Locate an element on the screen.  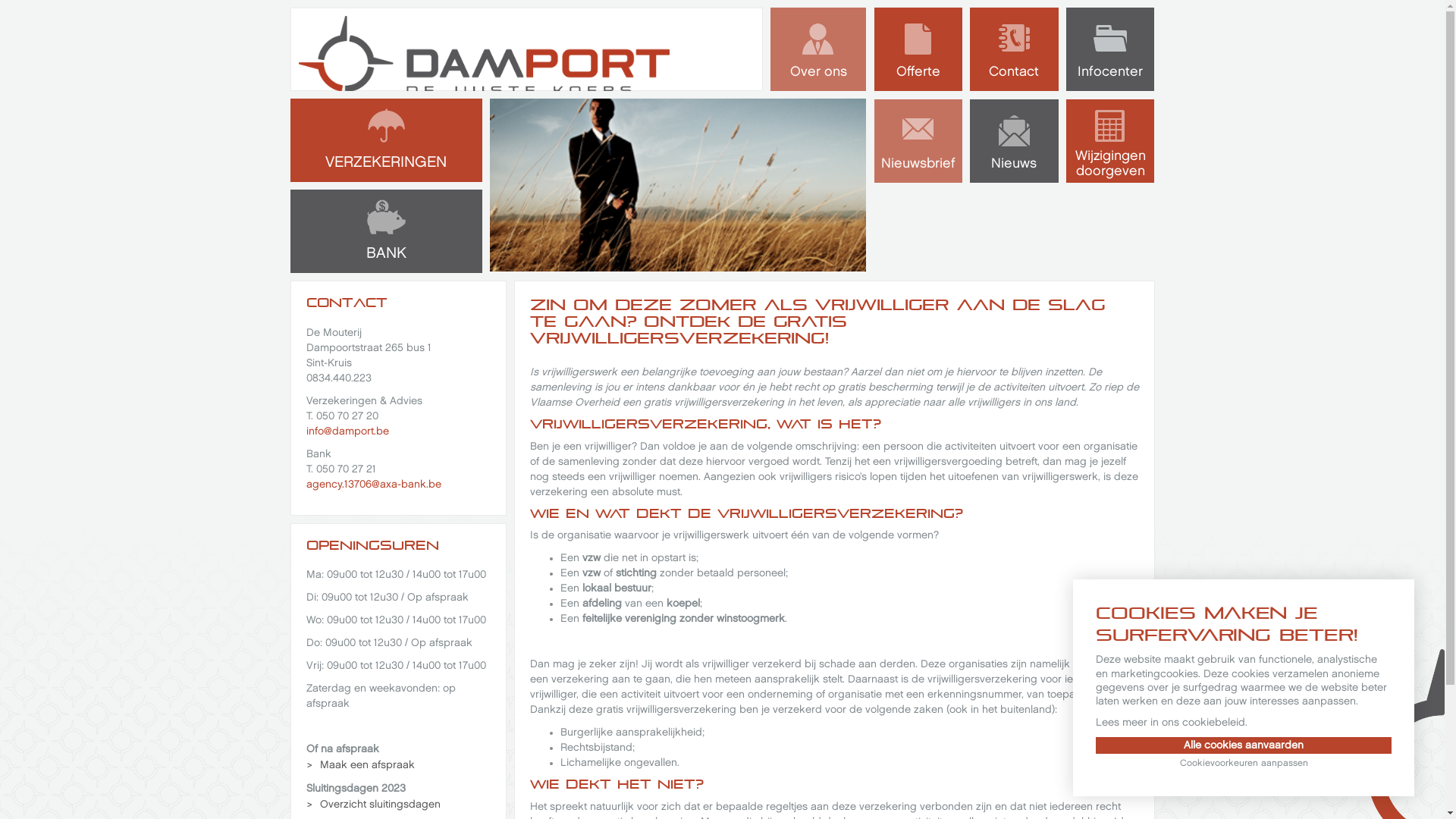
'Contact' is located at coordinates (1014, 49).